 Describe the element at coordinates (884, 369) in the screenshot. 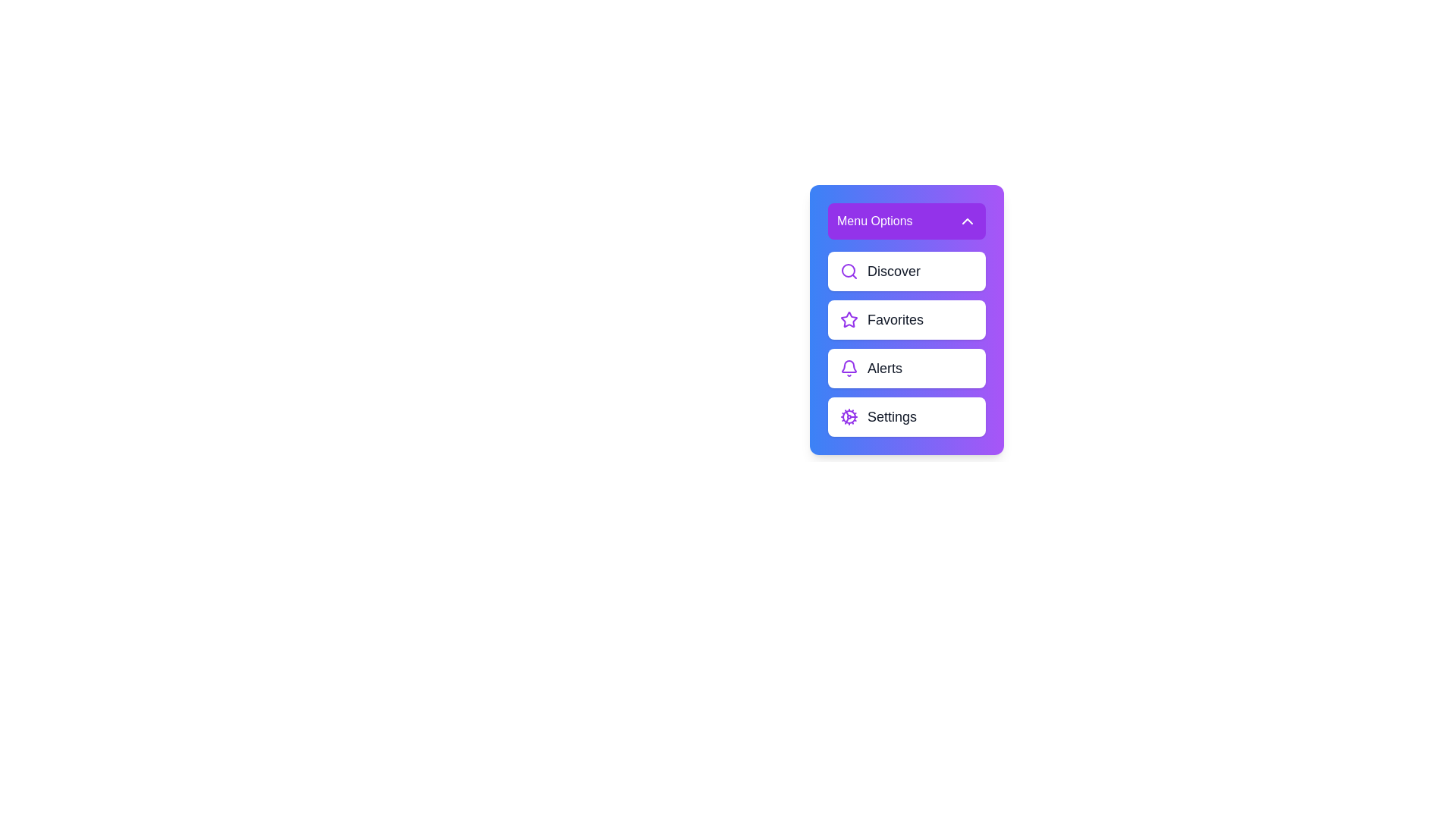

I see `the 'Alerts' text label displayed in a medium-sized, bold font within a white rectangular area, located between 'Favorites' and 'Settings'` at that location.